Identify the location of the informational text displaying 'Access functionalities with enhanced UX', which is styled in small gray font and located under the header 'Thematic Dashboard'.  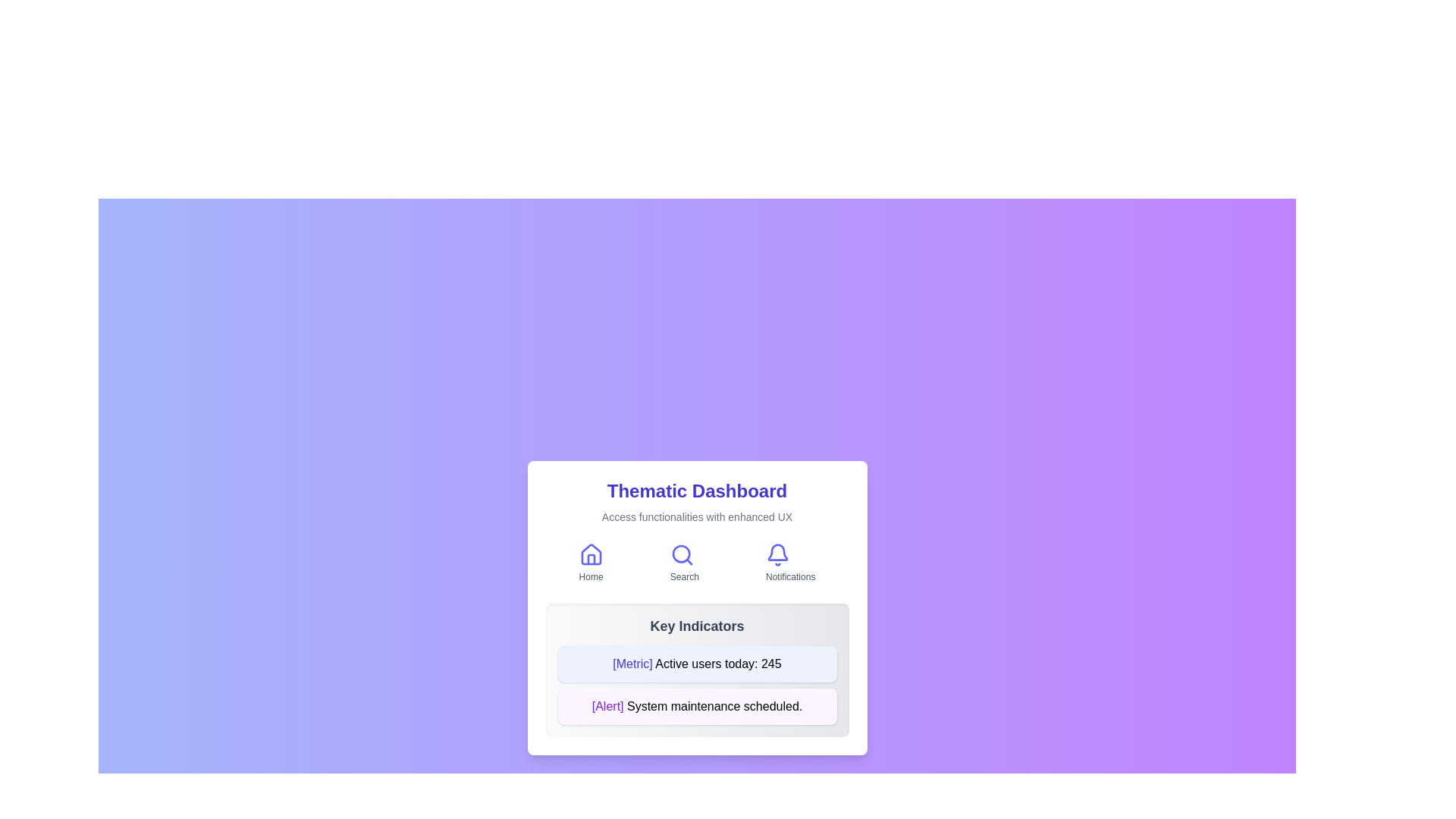
(696, 516).